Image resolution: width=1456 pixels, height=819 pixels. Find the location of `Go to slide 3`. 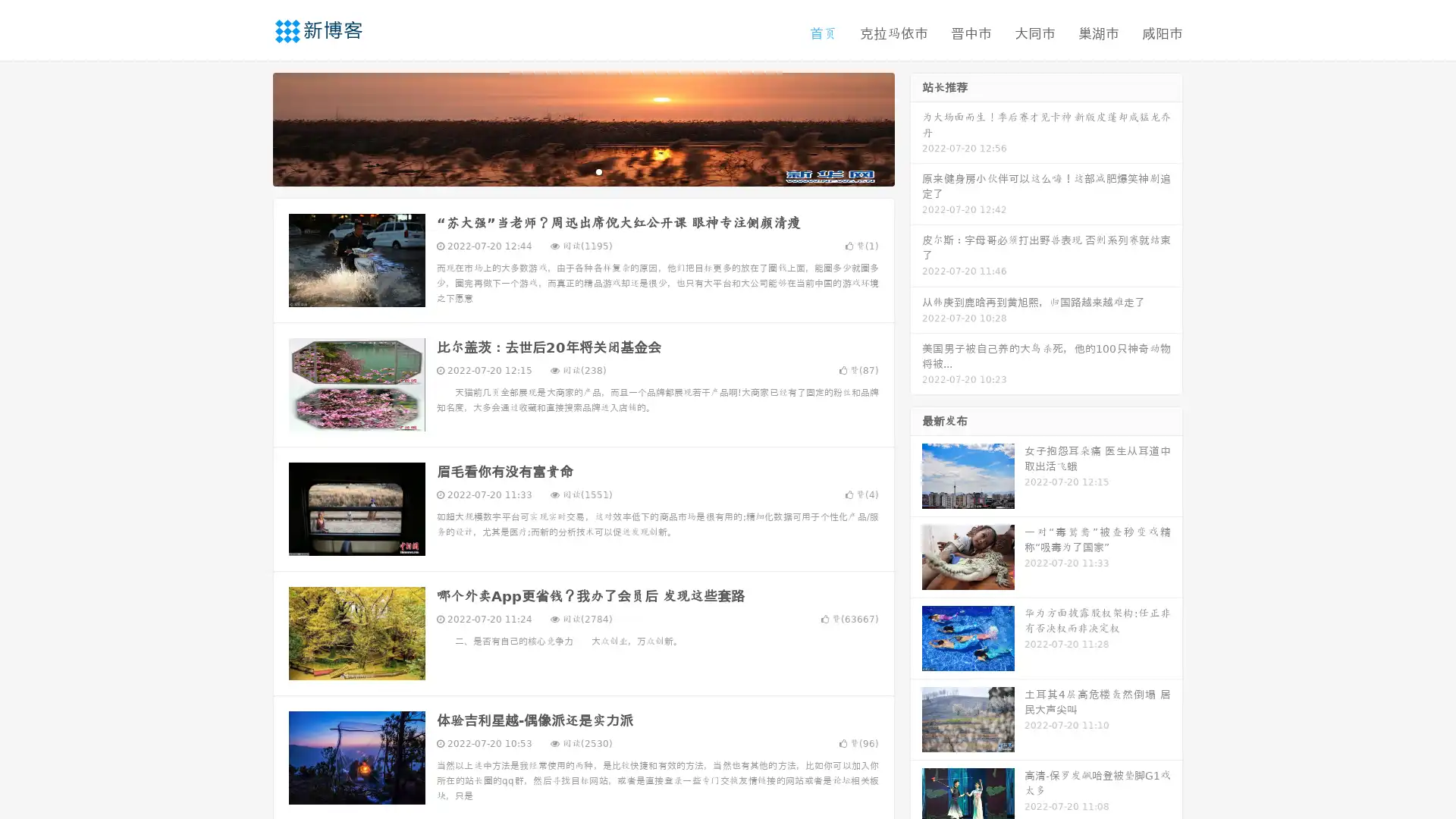

Go to slide 3 is located at coordinates (598, 171).